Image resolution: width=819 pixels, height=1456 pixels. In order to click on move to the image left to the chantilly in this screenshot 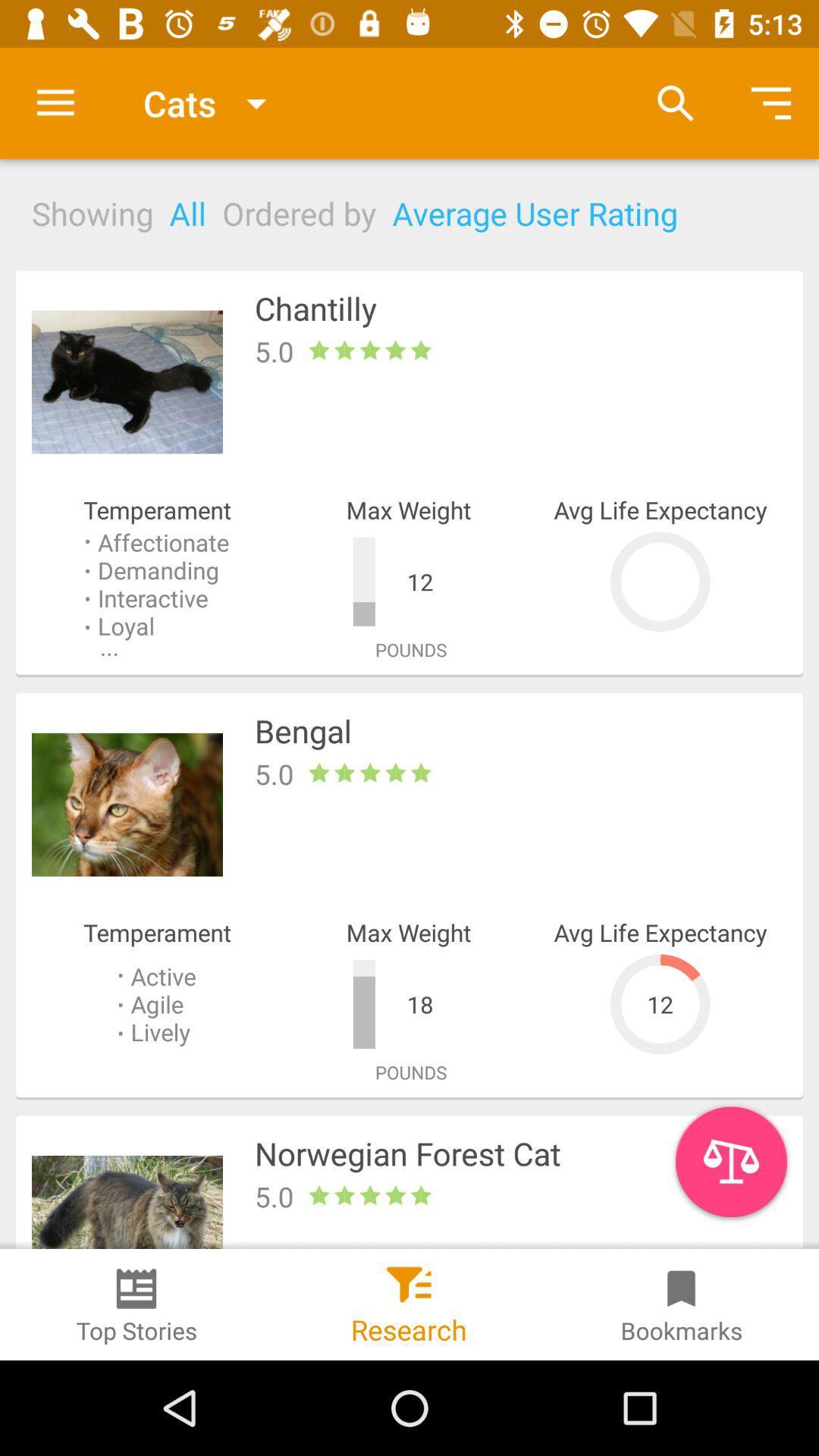, I will do `click(127, 382)`.